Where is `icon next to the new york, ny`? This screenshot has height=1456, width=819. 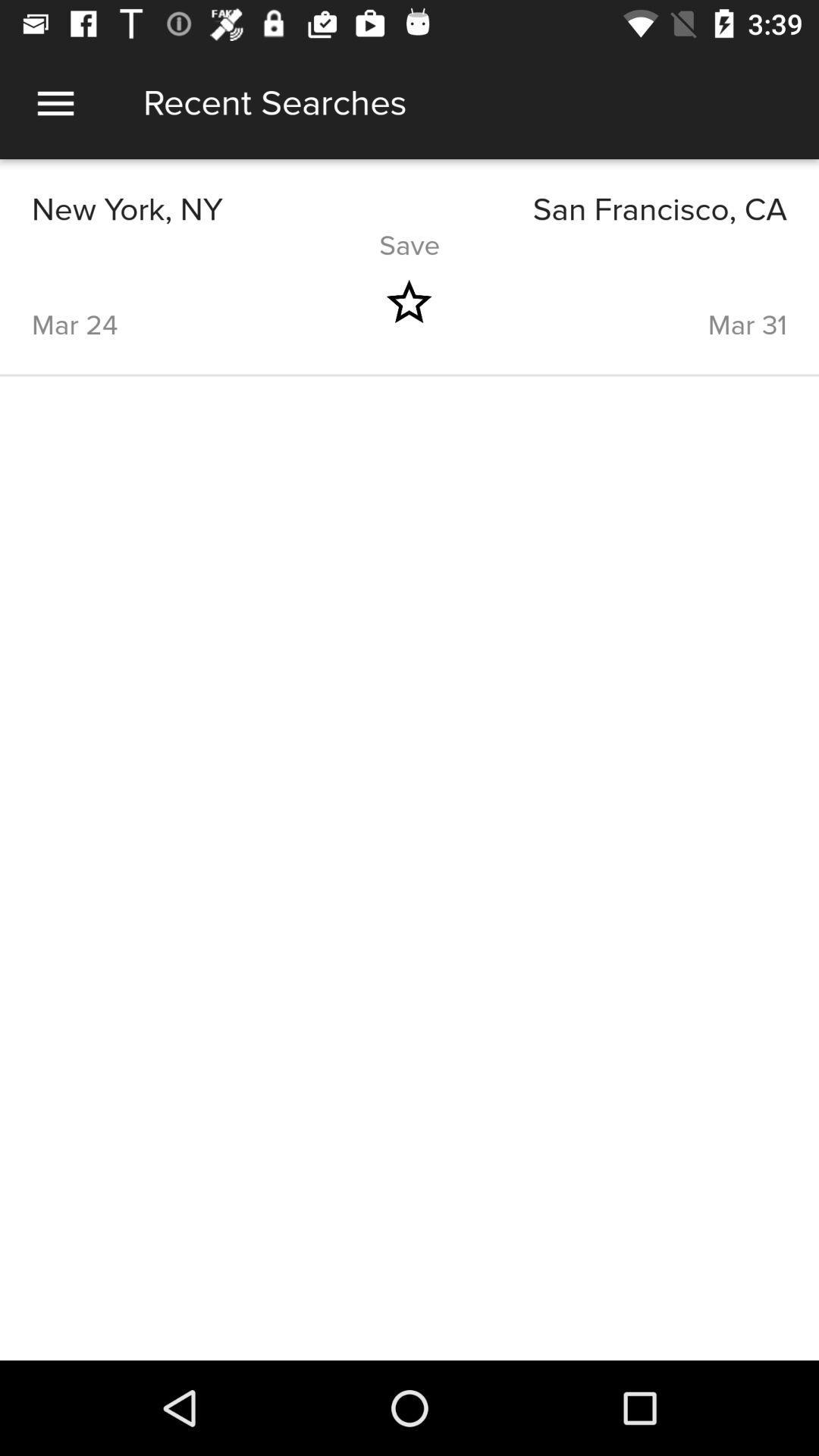 icon next to the new york, ny is located at coordinates (598, 209).